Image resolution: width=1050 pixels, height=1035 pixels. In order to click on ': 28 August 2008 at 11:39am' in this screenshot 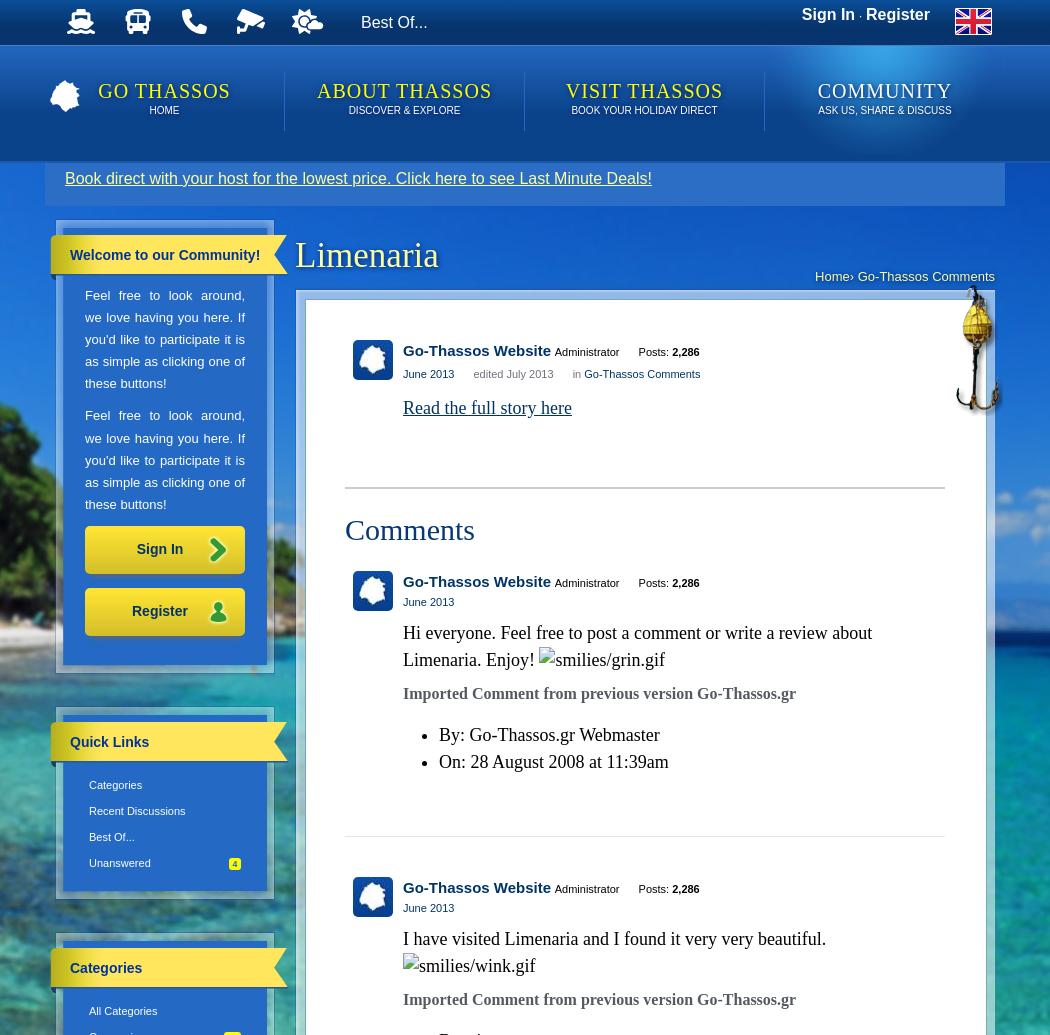, I will do `click(563, 760)`.